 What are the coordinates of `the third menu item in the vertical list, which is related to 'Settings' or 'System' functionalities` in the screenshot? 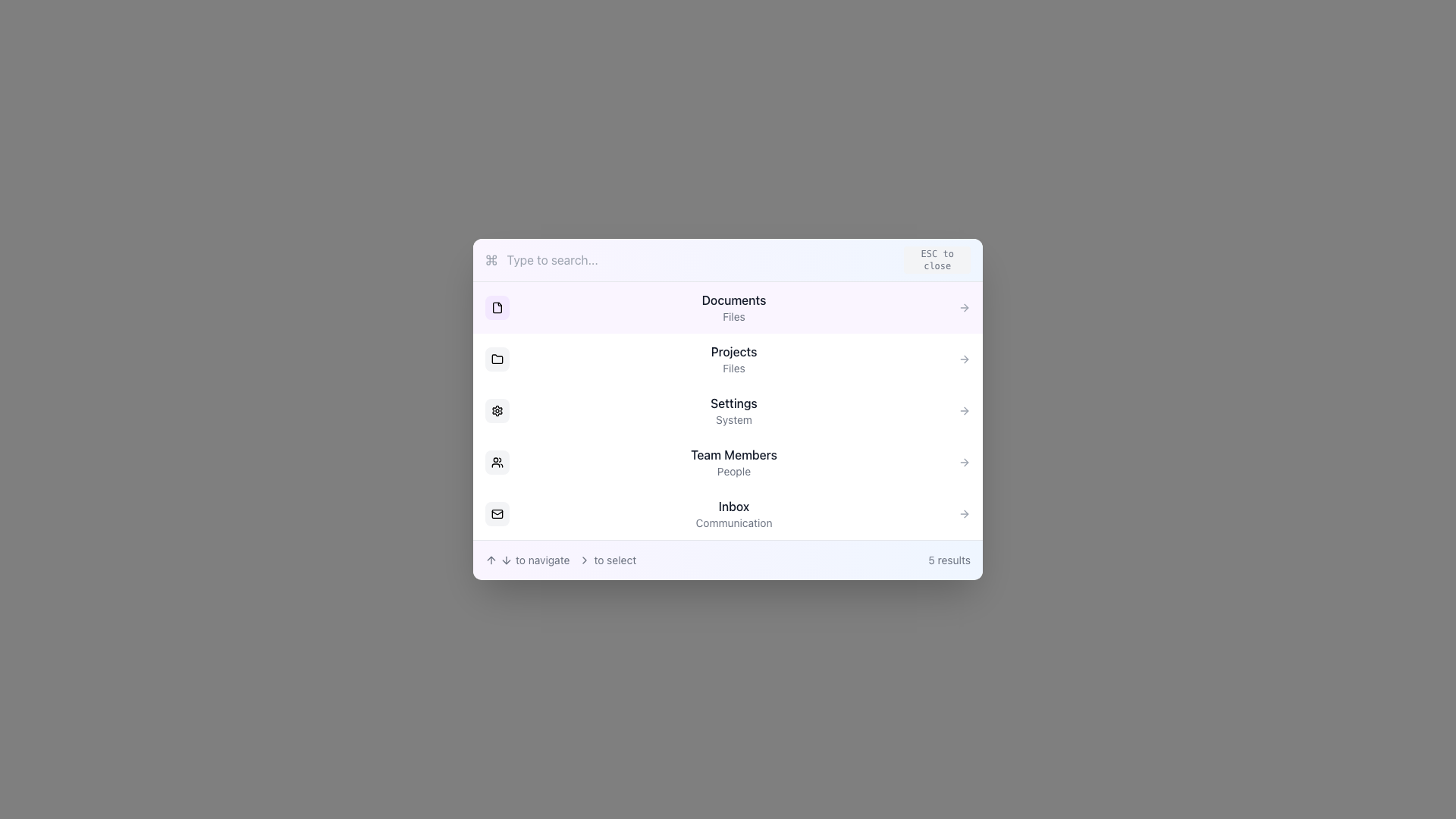 It's located at (734, 411).